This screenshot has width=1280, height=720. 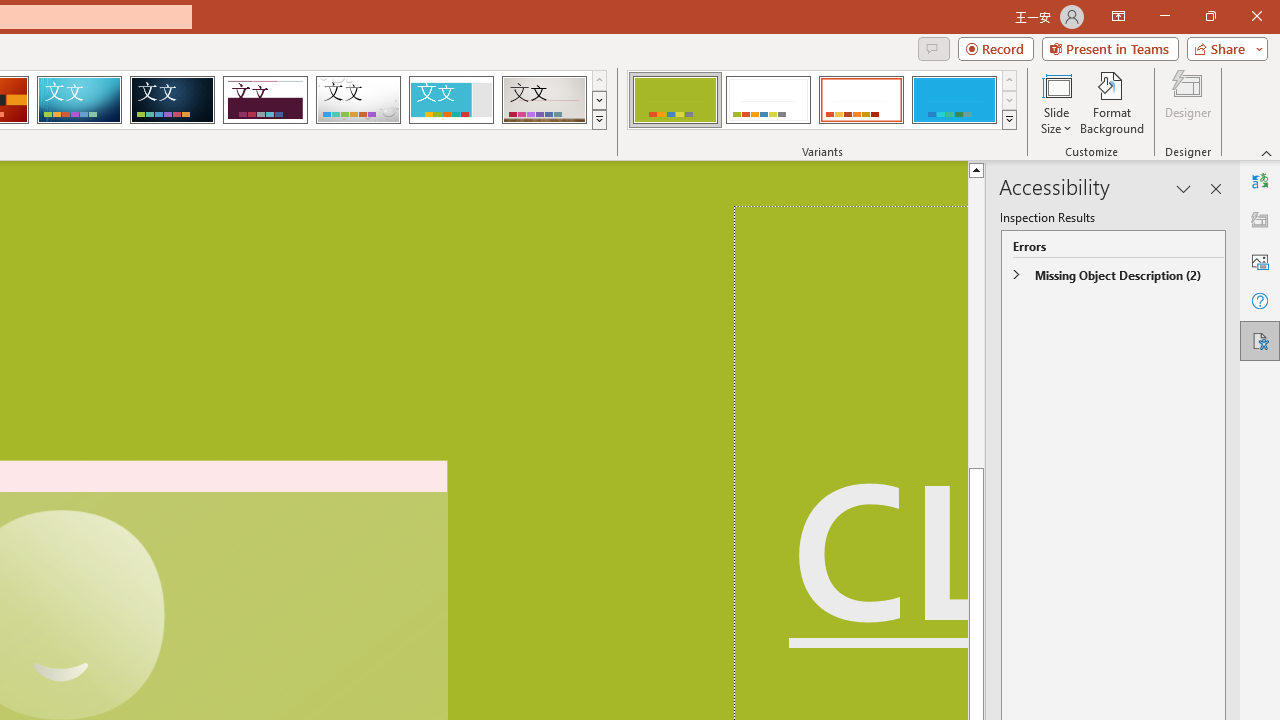 What do you see at coordinates (953, 100) in the screenshot?
I see `'Basis Variant 4'` at bounding box center [953, 100].